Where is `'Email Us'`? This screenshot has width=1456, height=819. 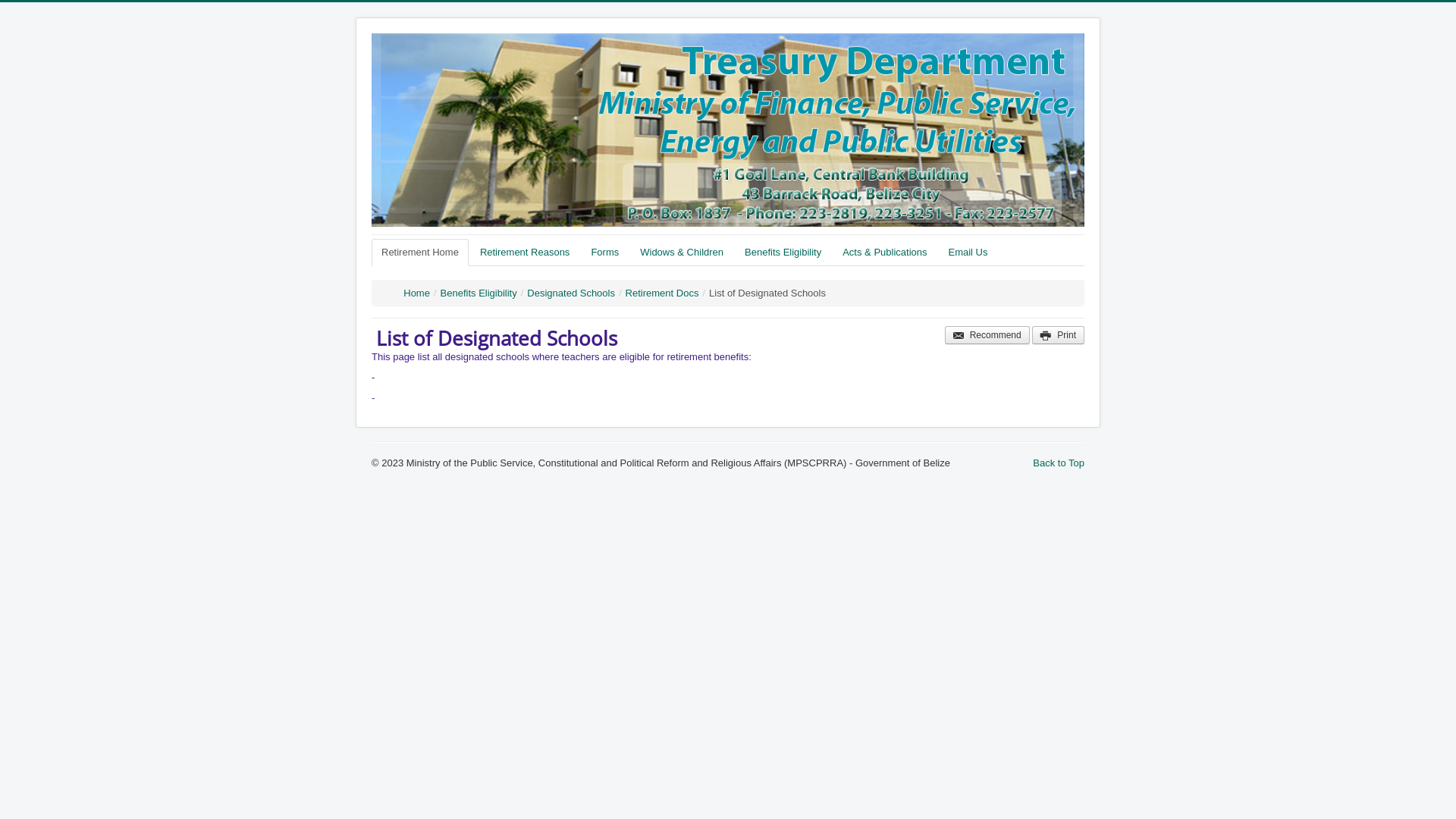
'Email Us' is located at coordinates (967, 251).